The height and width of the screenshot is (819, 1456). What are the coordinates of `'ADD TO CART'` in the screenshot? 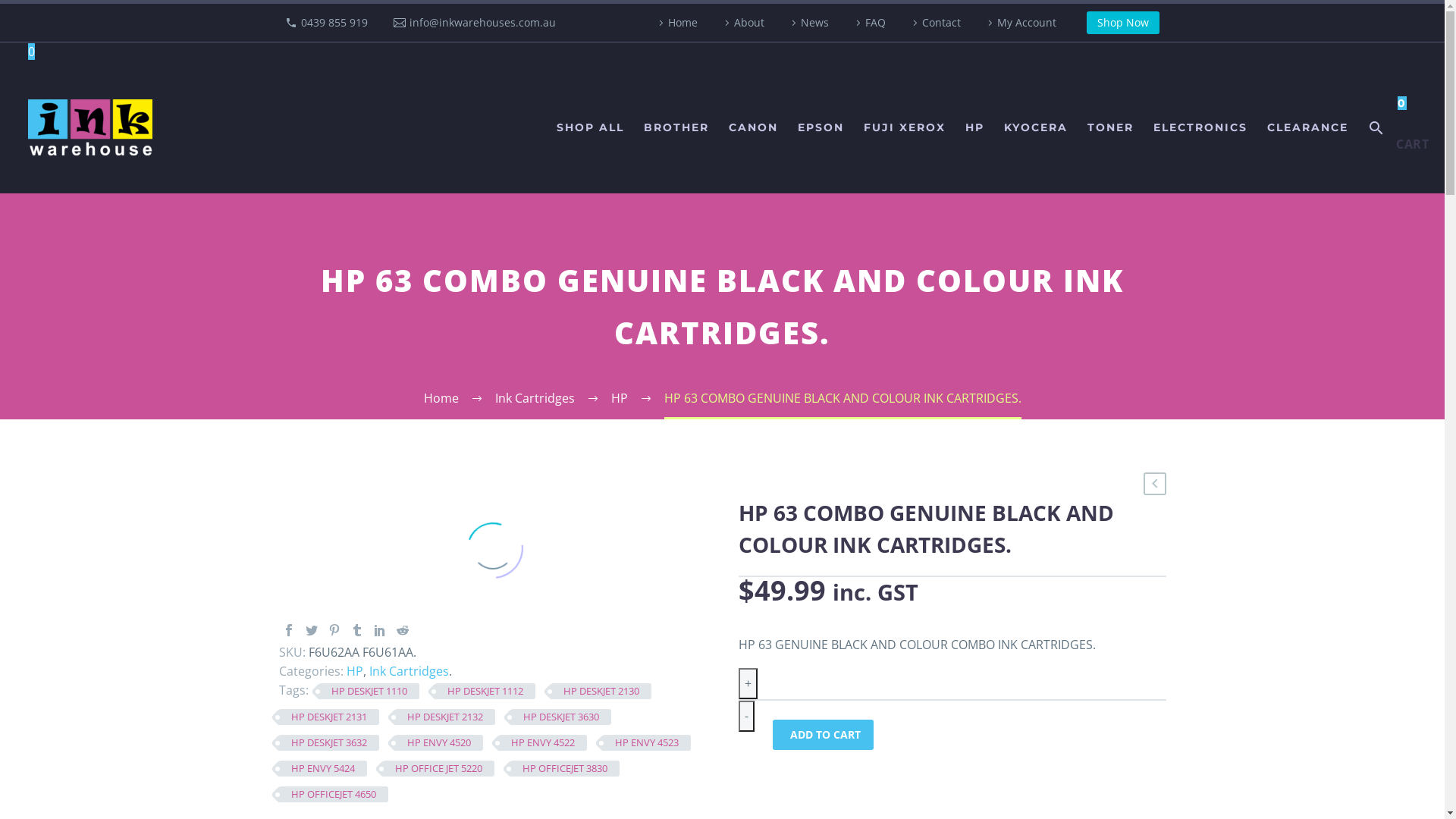 It's located at (821, 733).